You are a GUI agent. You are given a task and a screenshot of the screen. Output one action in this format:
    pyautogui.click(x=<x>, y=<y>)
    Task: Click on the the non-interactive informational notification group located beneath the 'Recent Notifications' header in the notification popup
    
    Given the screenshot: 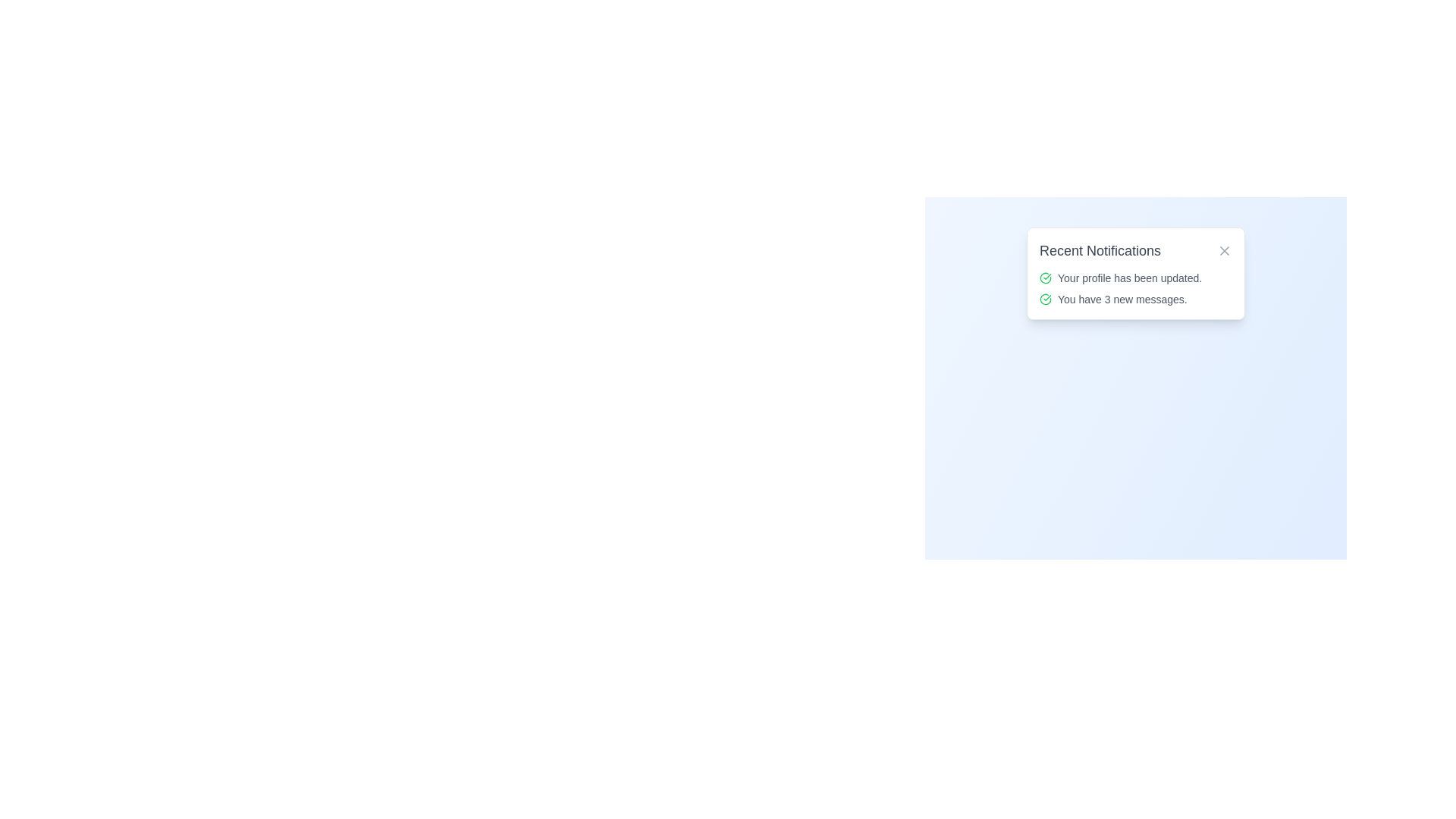 What is the action you would take?
    pyautogui.click(x=1135, y=289)
    